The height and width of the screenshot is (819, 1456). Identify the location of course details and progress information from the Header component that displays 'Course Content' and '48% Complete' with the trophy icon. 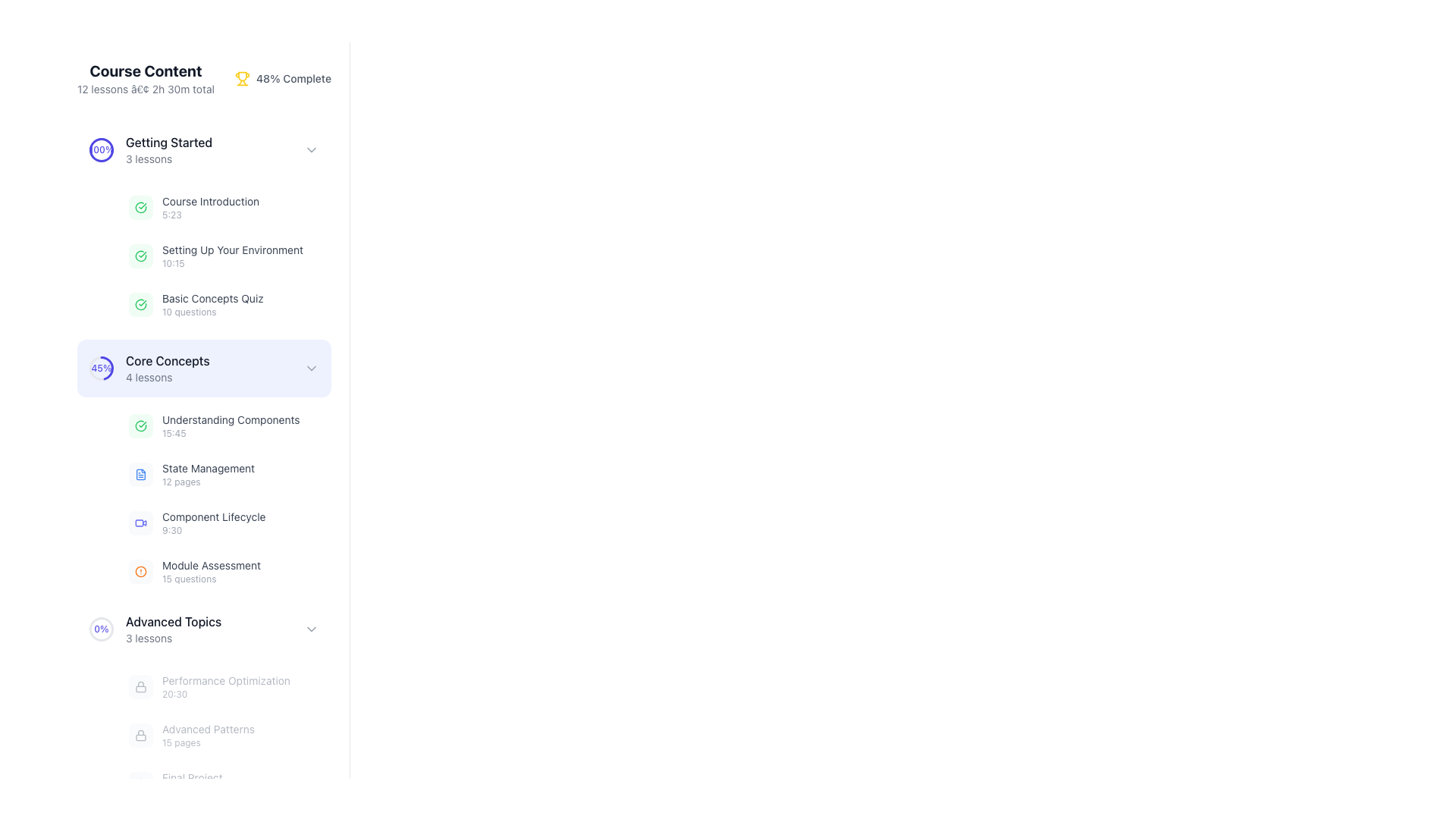
(203, 79).